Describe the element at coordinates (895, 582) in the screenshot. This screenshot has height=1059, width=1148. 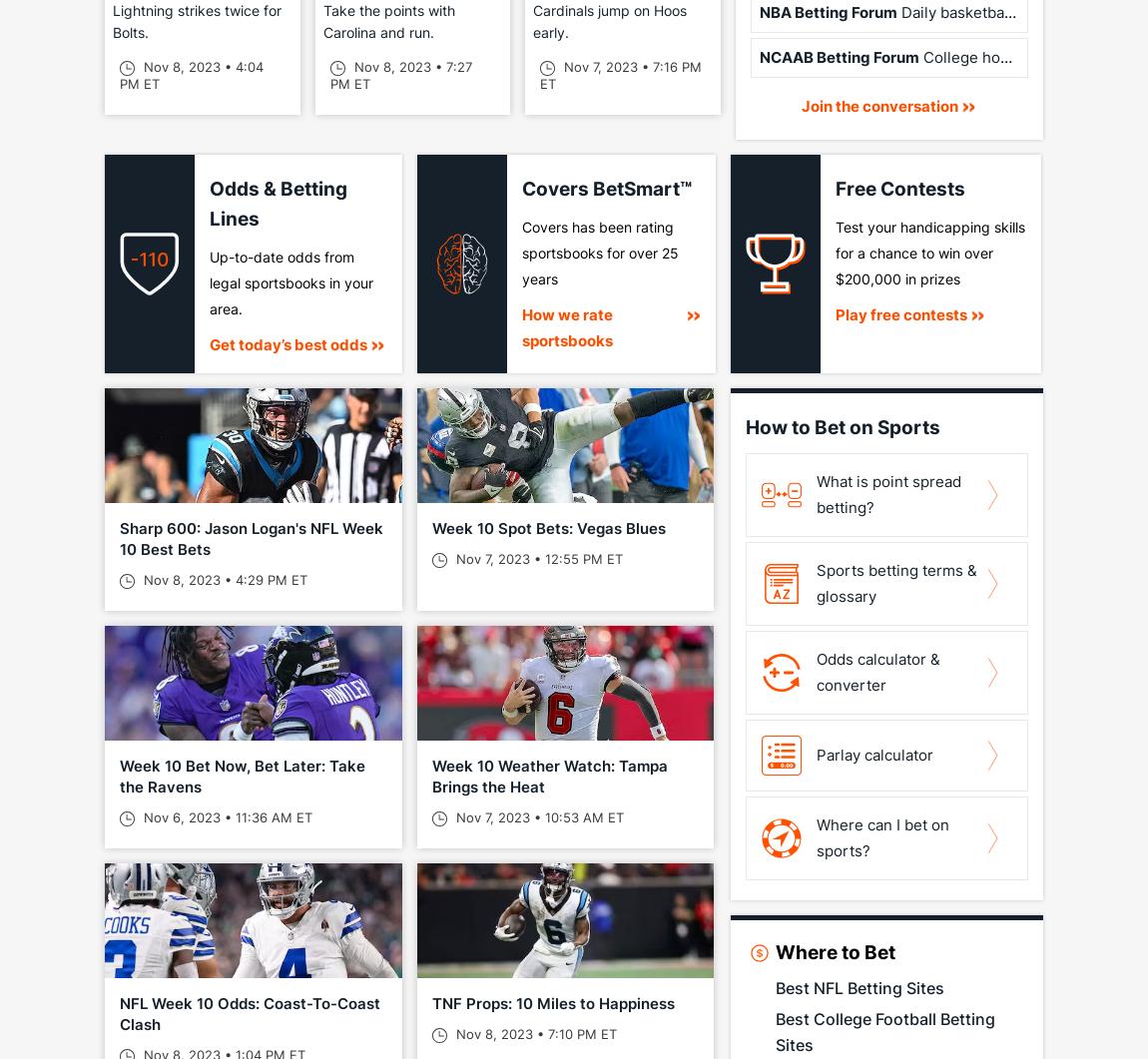
I see `'Sports betting terms & glossary'` at that location.